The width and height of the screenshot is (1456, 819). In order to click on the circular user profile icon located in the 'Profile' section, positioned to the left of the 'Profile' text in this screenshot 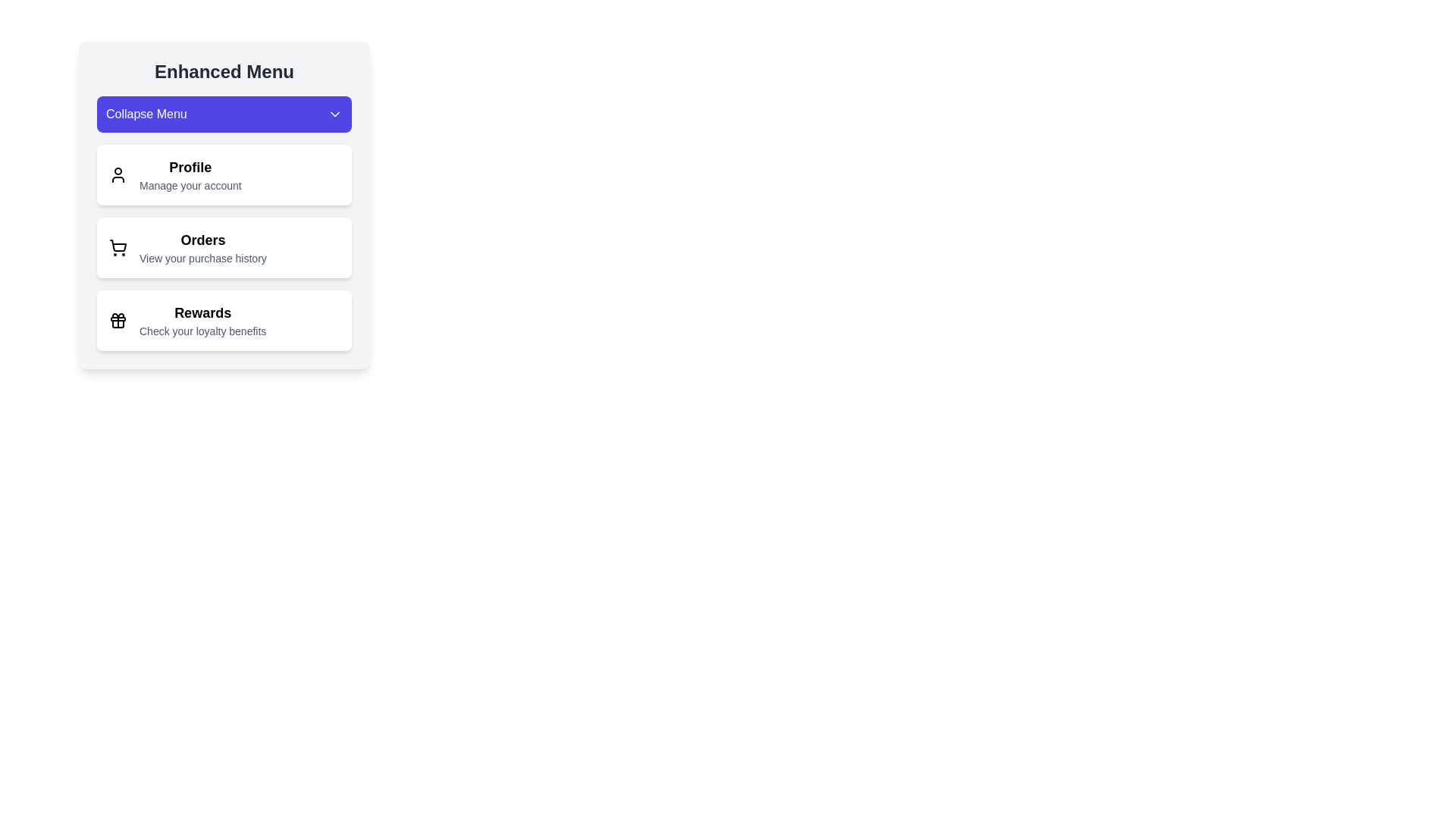, I will do `click(118, 174)`.